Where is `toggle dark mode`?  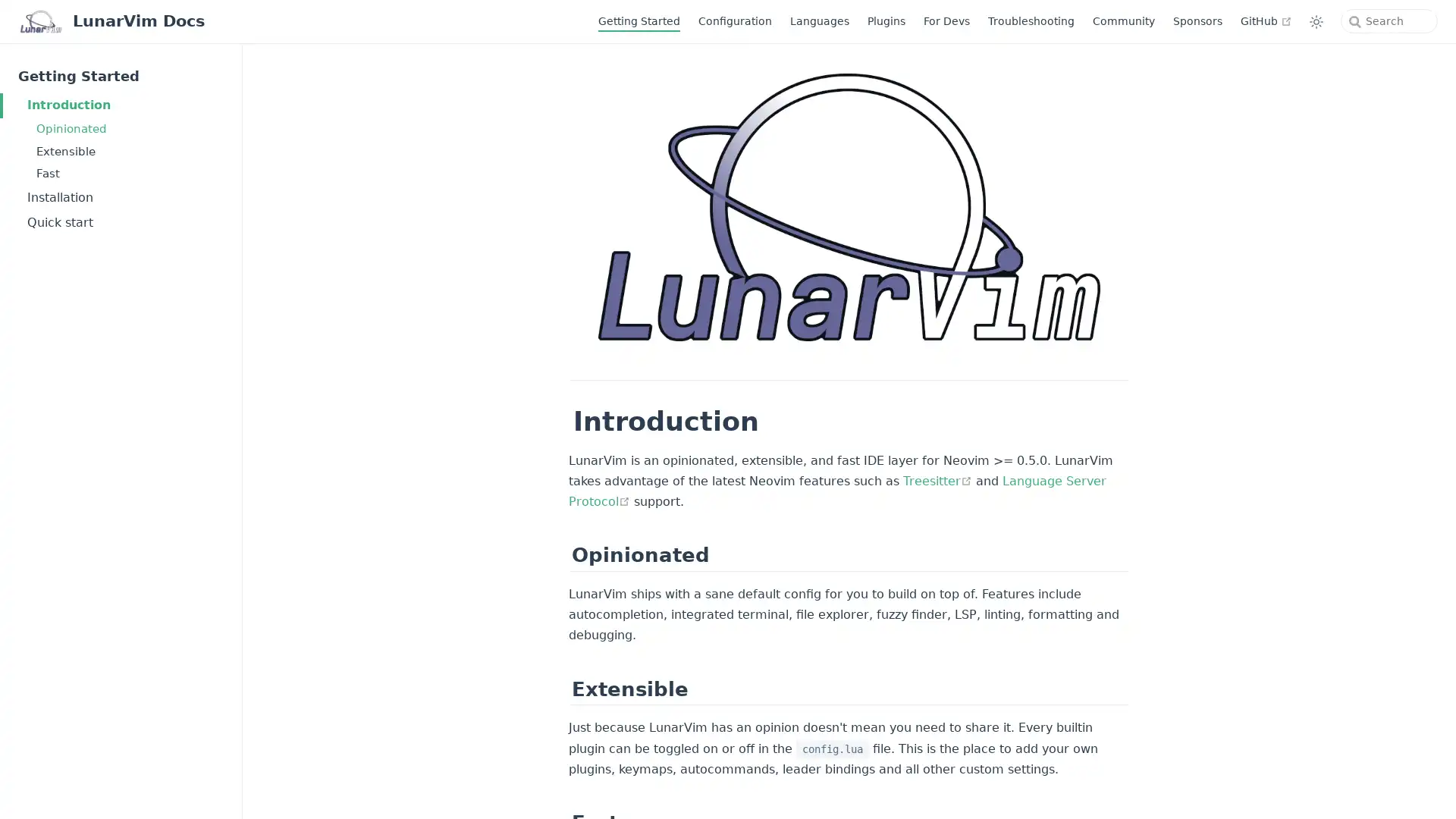 toggle dark mode is located at coordinates (1316, 20).